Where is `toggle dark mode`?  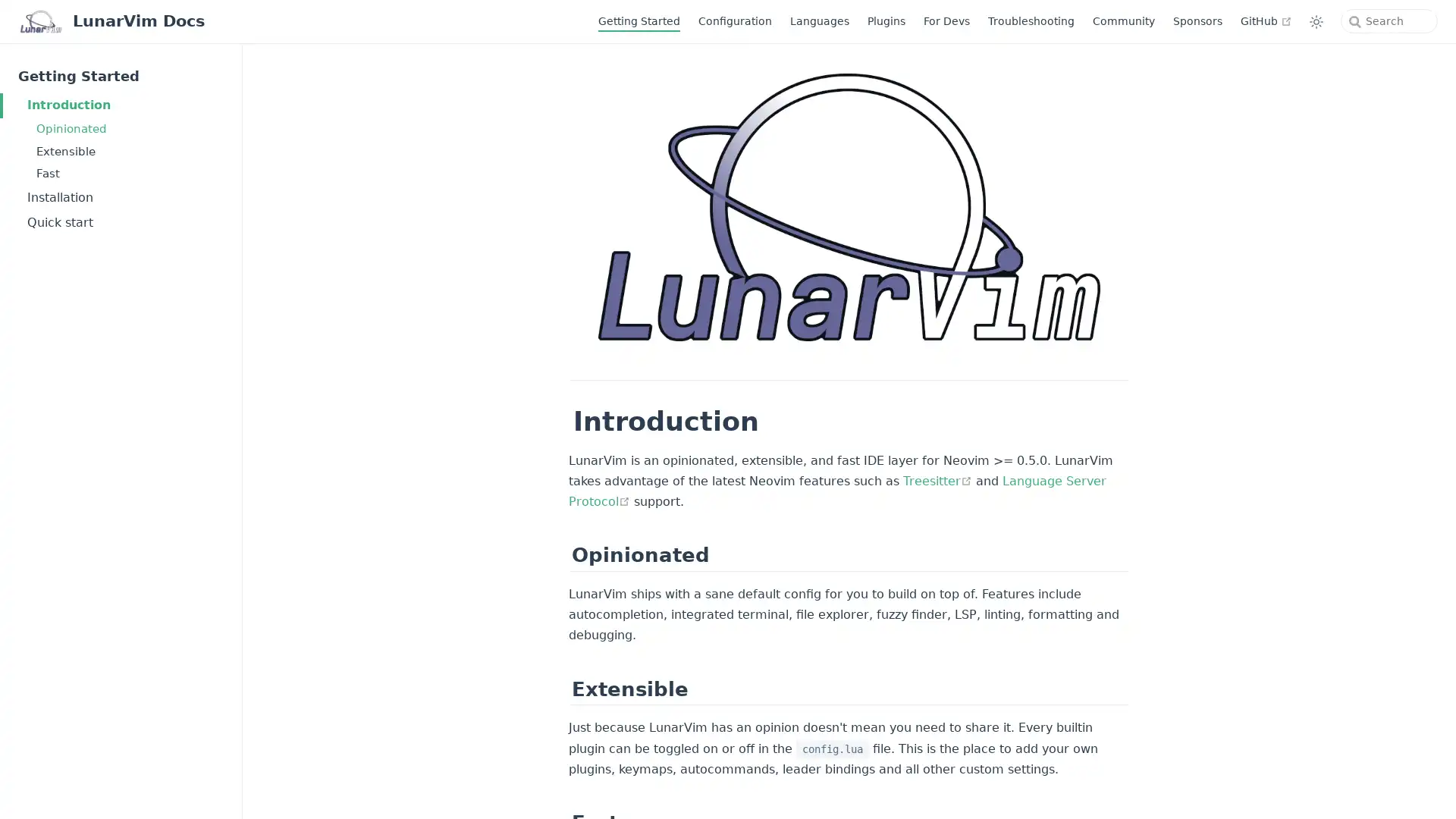 toggle dark mode is located at coordinates (1316, 20).